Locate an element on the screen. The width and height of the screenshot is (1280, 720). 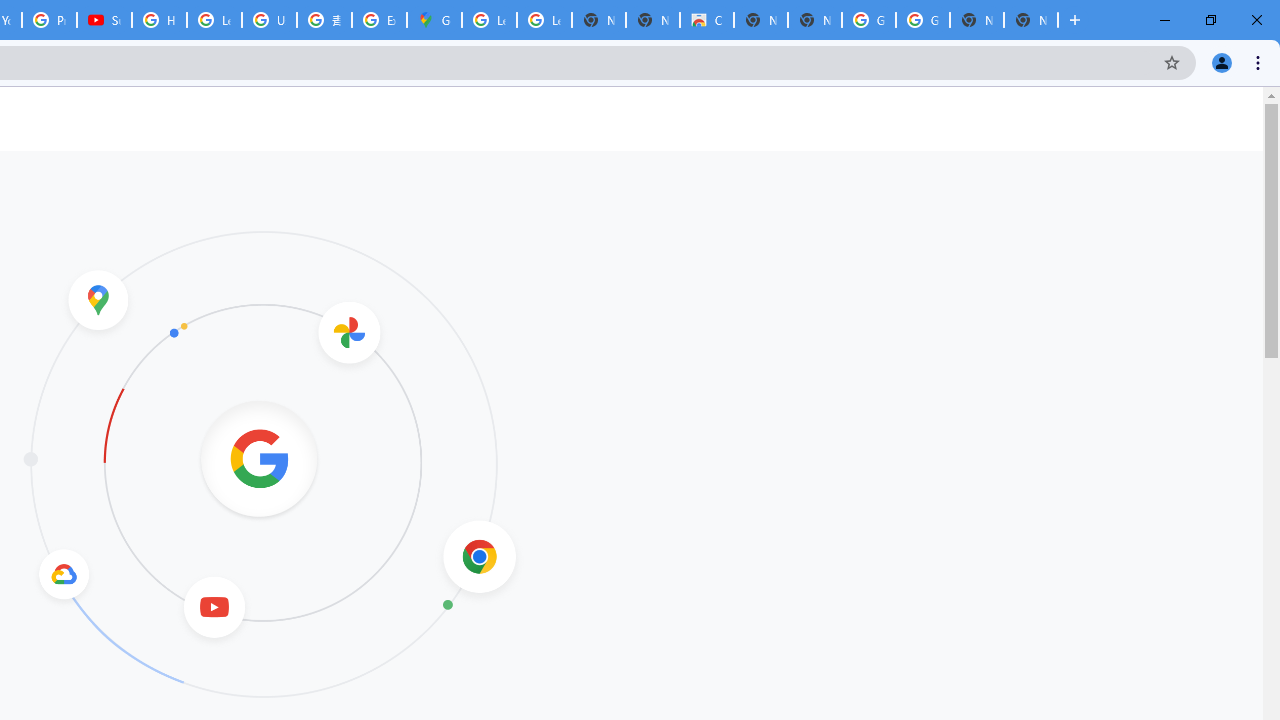
'Chrome Web Store' is located at coordinates (706, 20).